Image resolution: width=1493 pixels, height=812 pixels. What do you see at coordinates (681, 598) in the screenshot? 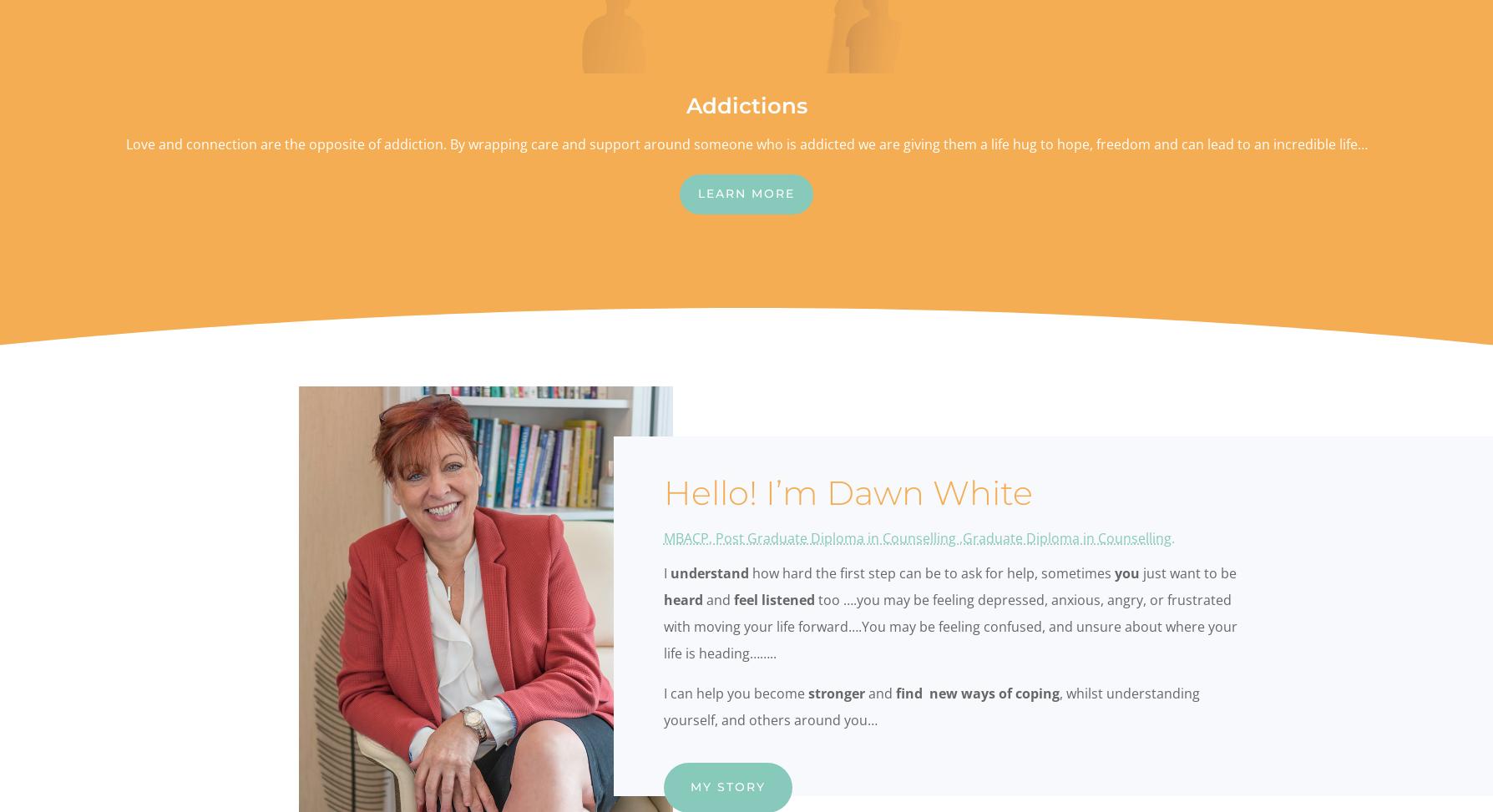
I see `'heard'` at bounding box center [681, 598].